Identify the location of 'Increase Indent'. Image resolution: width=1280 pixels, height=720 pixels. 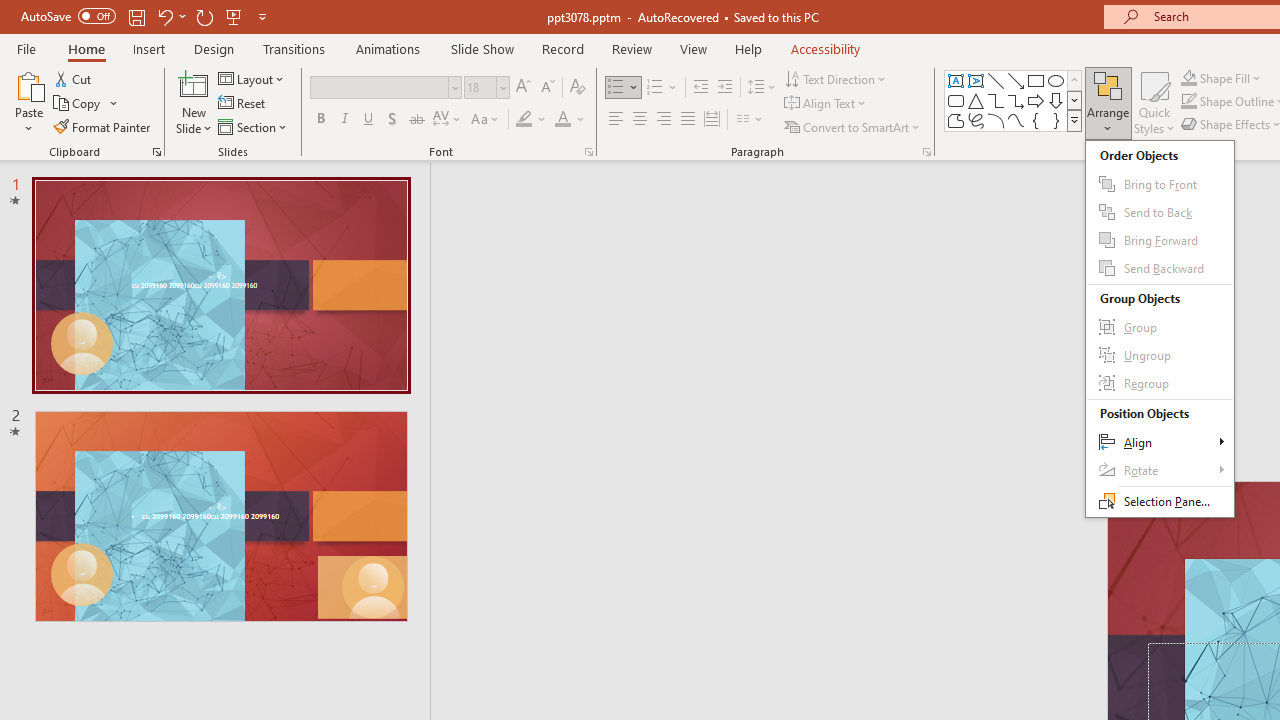
(724, 86).